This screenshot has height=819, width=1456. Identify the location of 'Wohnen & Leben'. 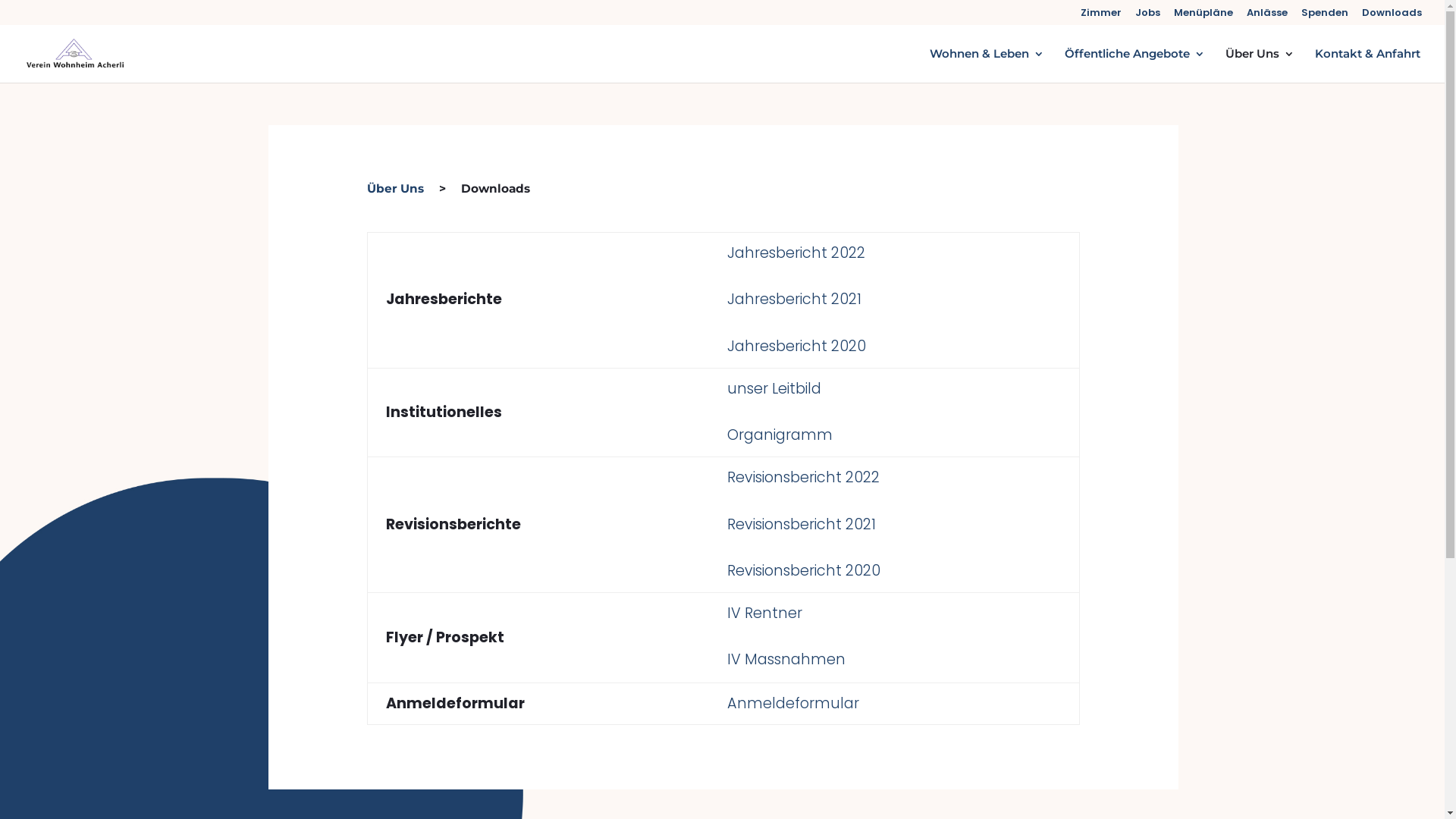
(928, 64).